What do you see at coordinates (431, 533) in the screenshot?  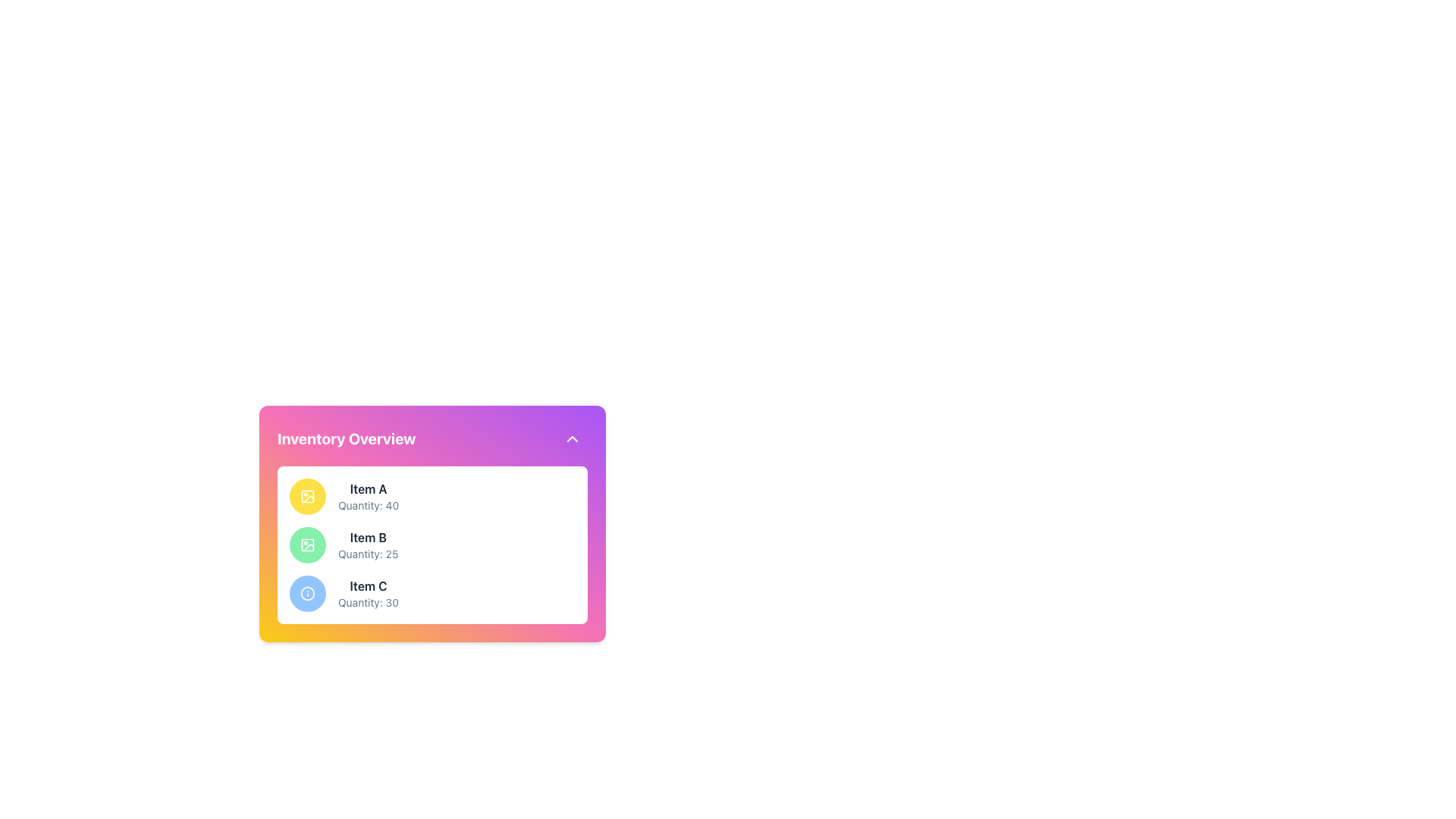 I see `the List Item displaying 'Item B' with quantity '25' in the inventory list` at bounding box center [431, 533].